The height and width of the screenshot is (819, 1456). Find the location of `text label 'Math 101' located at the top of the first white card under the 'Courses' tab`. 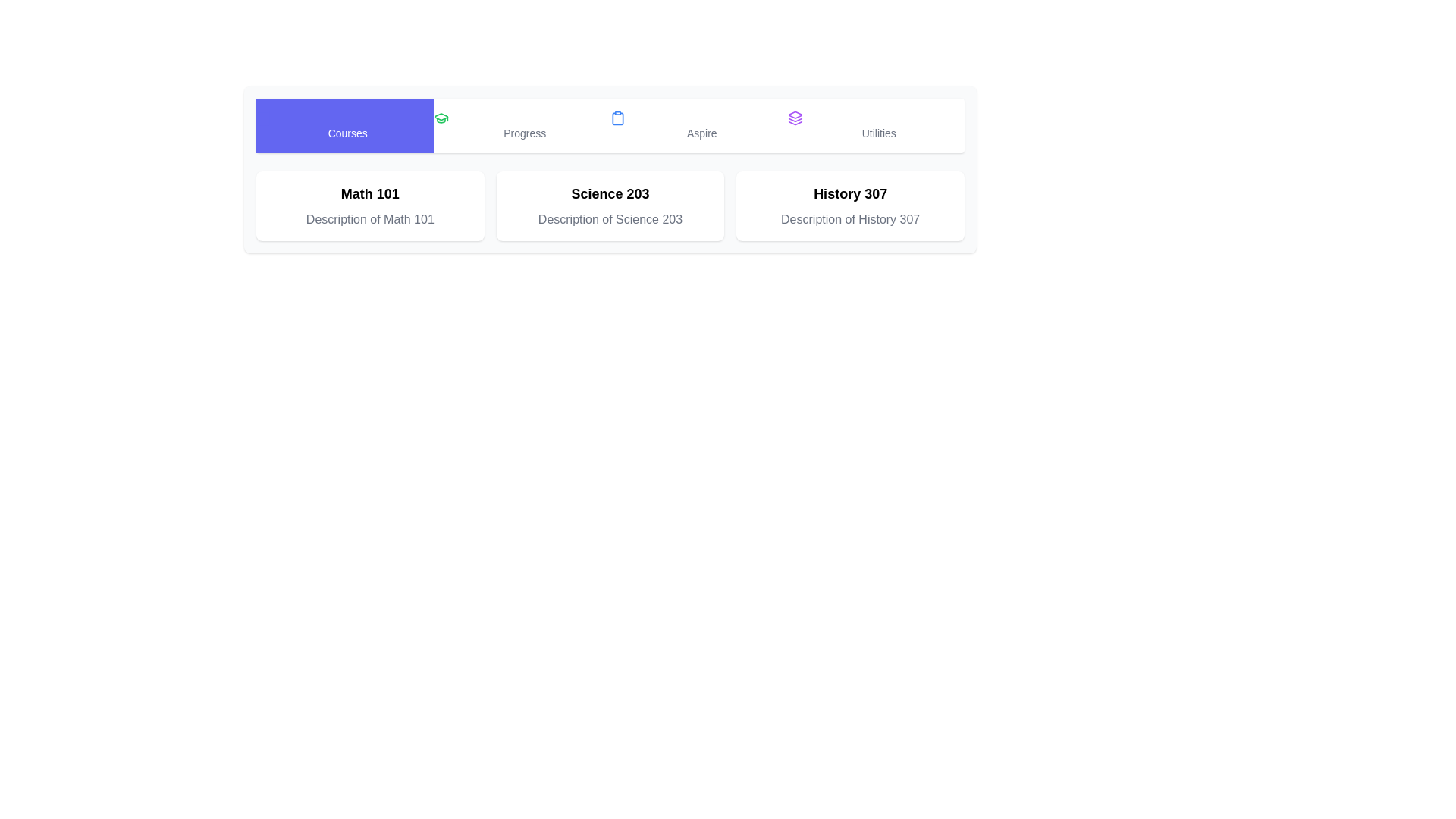

text label 'Math 101' located at the top of the first white card under the 'Courses' tab is located at coordinates (370, 193).